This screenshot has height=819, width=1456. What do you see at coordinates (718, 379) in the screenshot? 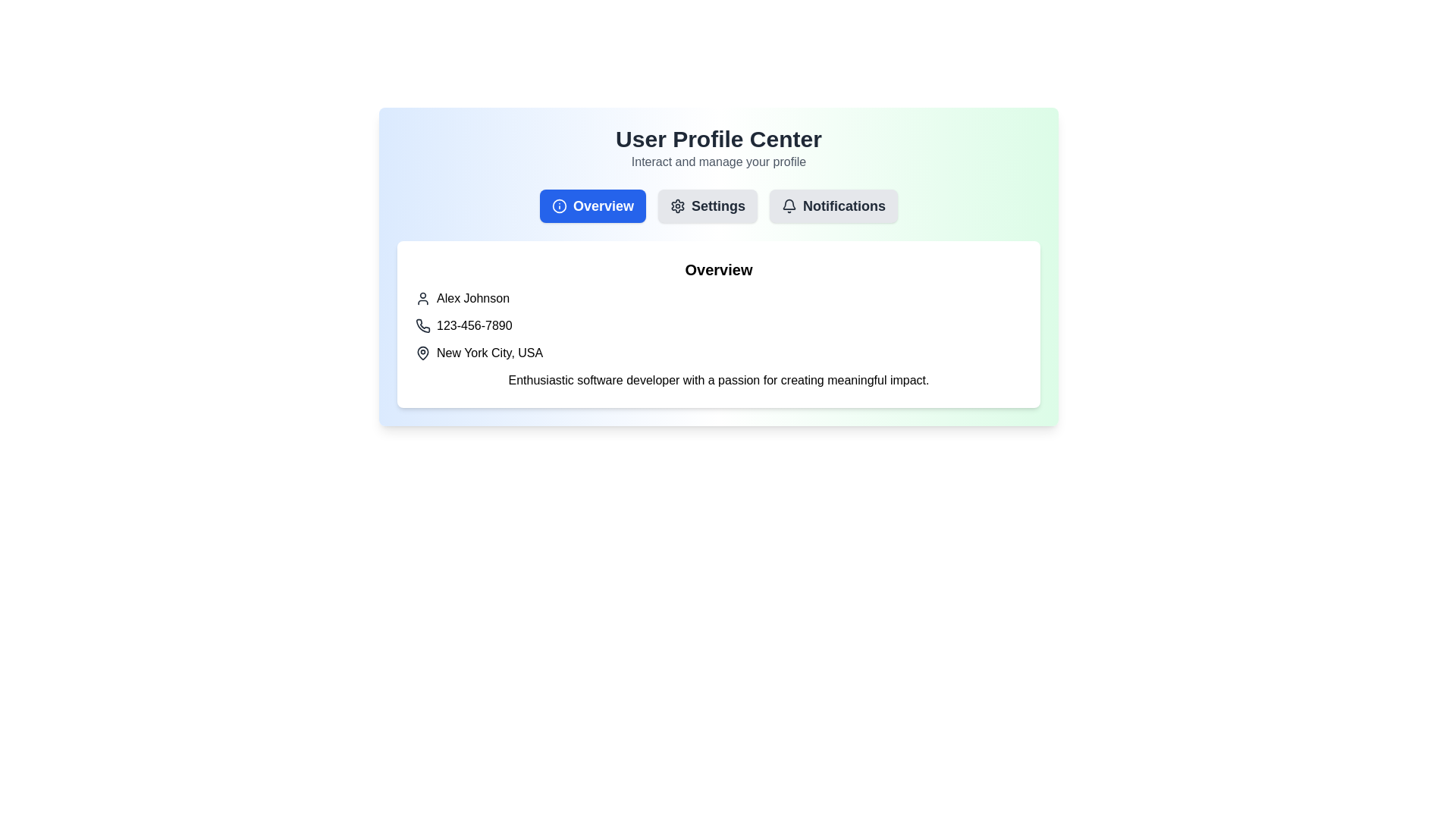
I see `the Text block located at the bottom of the 'Overview' section of the profile page, just below the 'New York City, USA' text` at bounding box center [718, 379].